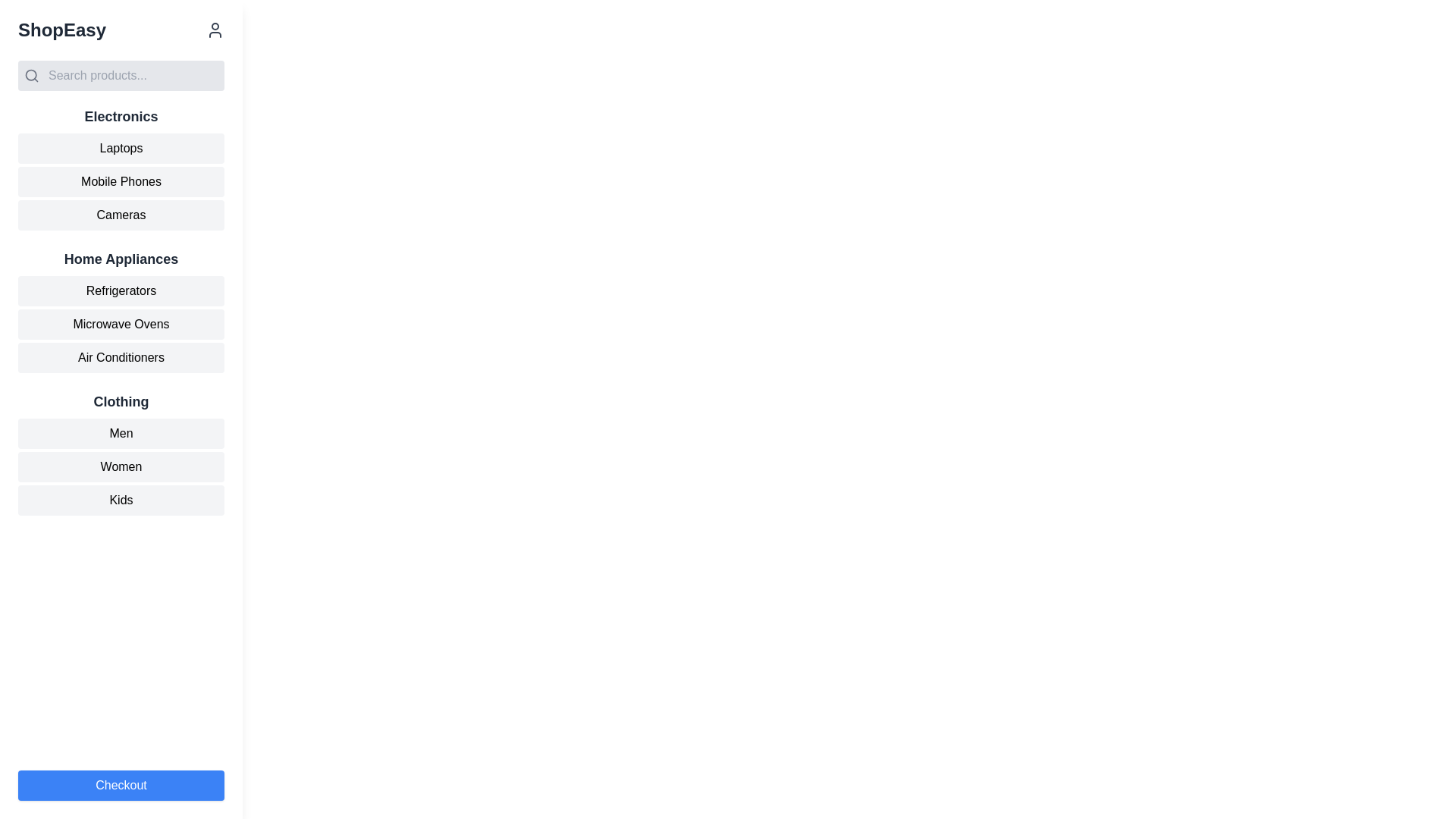 The height and width of the screenshot is (819, 1456). Describe the element at coordinates (120, 324) in the screenshot. I see `the 'Microwave Ovens' category button located in the second position under 'Home Appliances' in the left panel` at that location.